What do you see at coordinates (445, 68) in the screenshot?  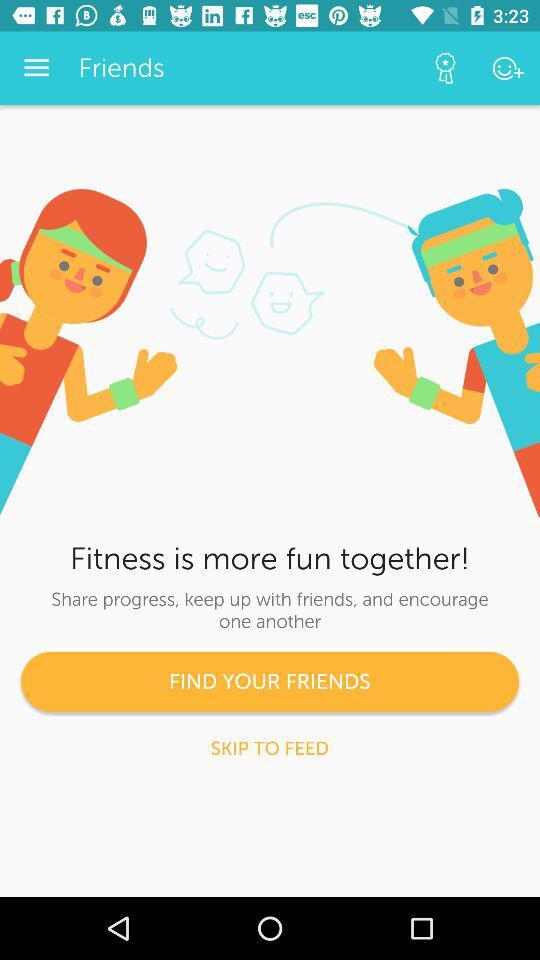 I see `the icon next to friends item` at bounding box center [445, 68].